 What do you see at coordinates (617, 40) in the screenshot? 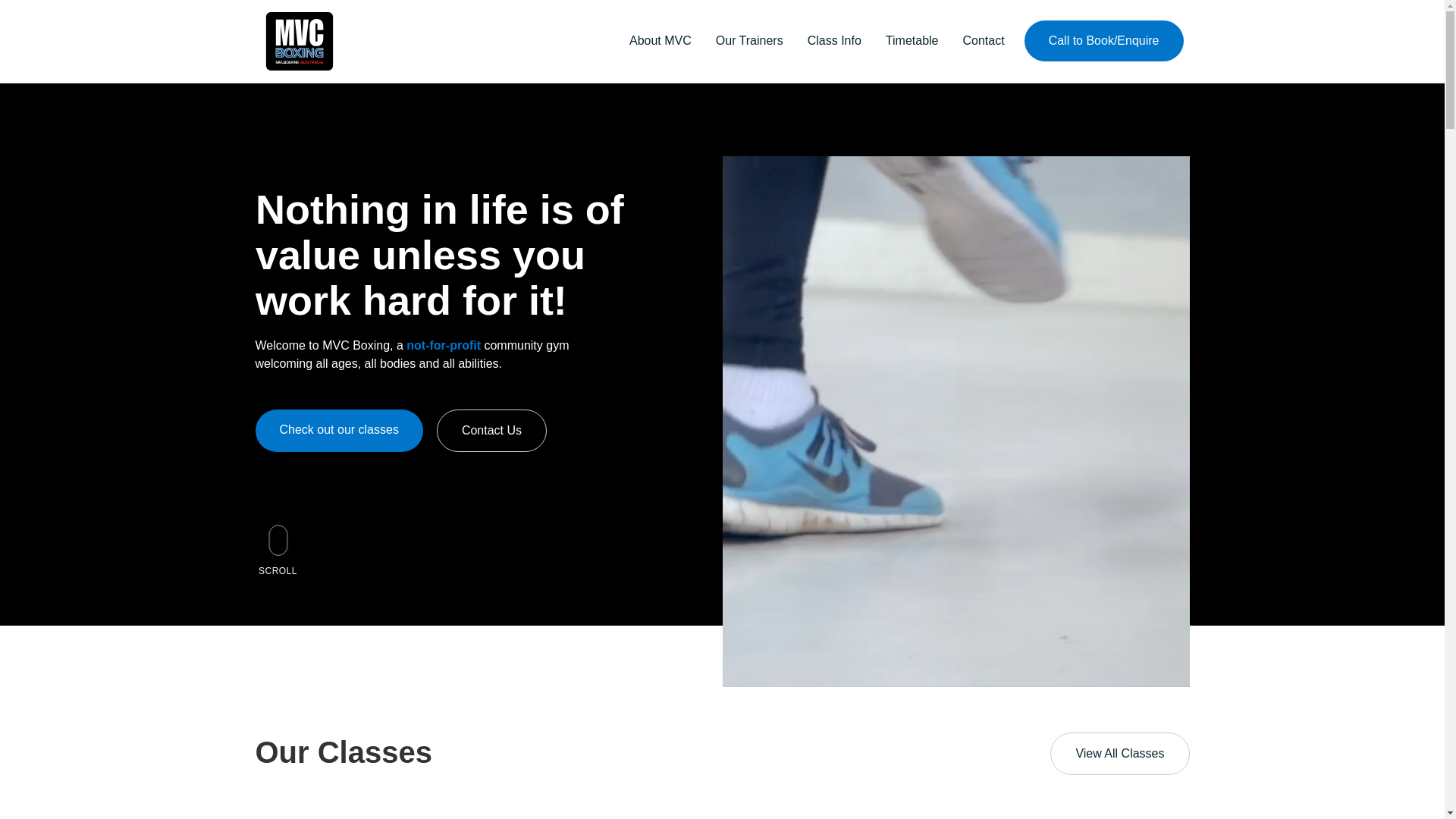
I see `'About MVC'` at bounding box center [617, 40].